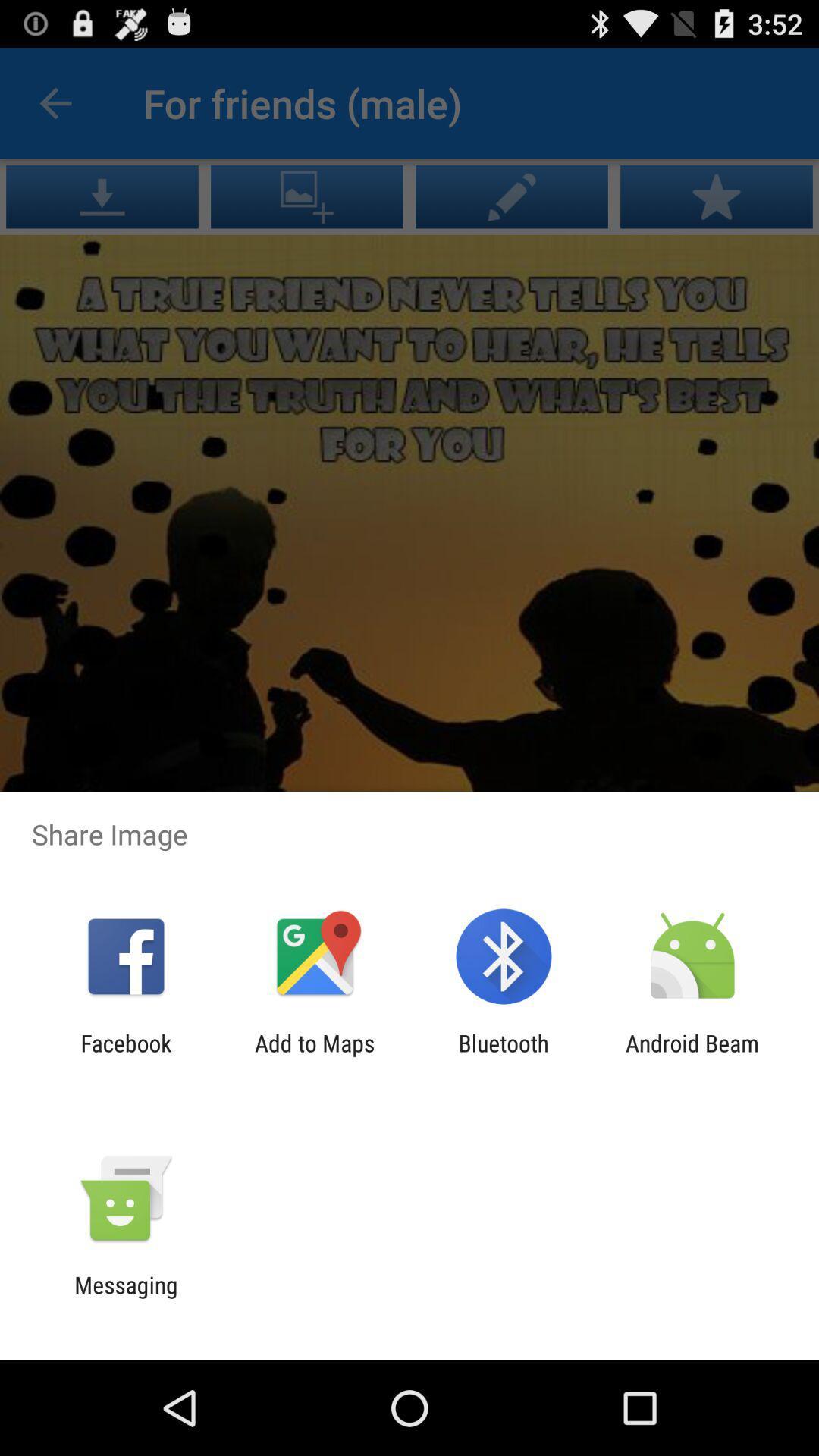  I want to click on add to maps item, so click(314, 1056).